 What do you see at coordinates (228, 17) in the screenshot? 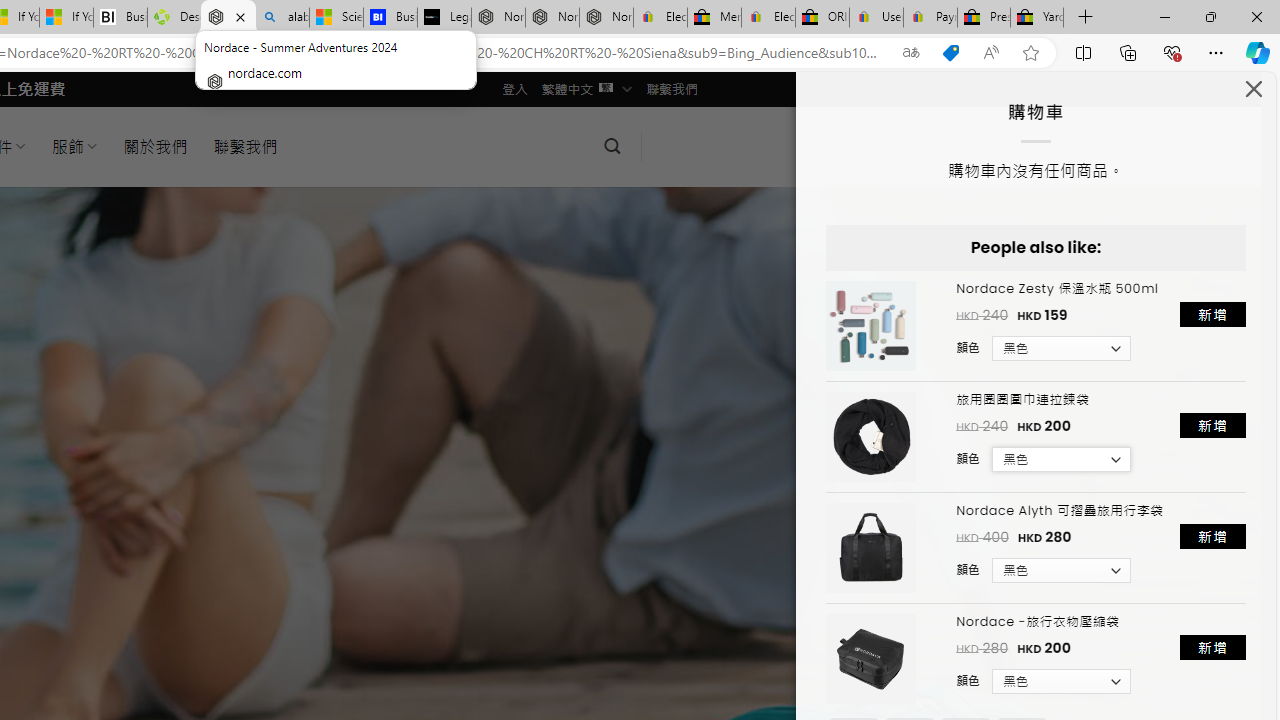
I see `'Nordace - Summer Adventures 2024'` at bounding box center [228, 17].